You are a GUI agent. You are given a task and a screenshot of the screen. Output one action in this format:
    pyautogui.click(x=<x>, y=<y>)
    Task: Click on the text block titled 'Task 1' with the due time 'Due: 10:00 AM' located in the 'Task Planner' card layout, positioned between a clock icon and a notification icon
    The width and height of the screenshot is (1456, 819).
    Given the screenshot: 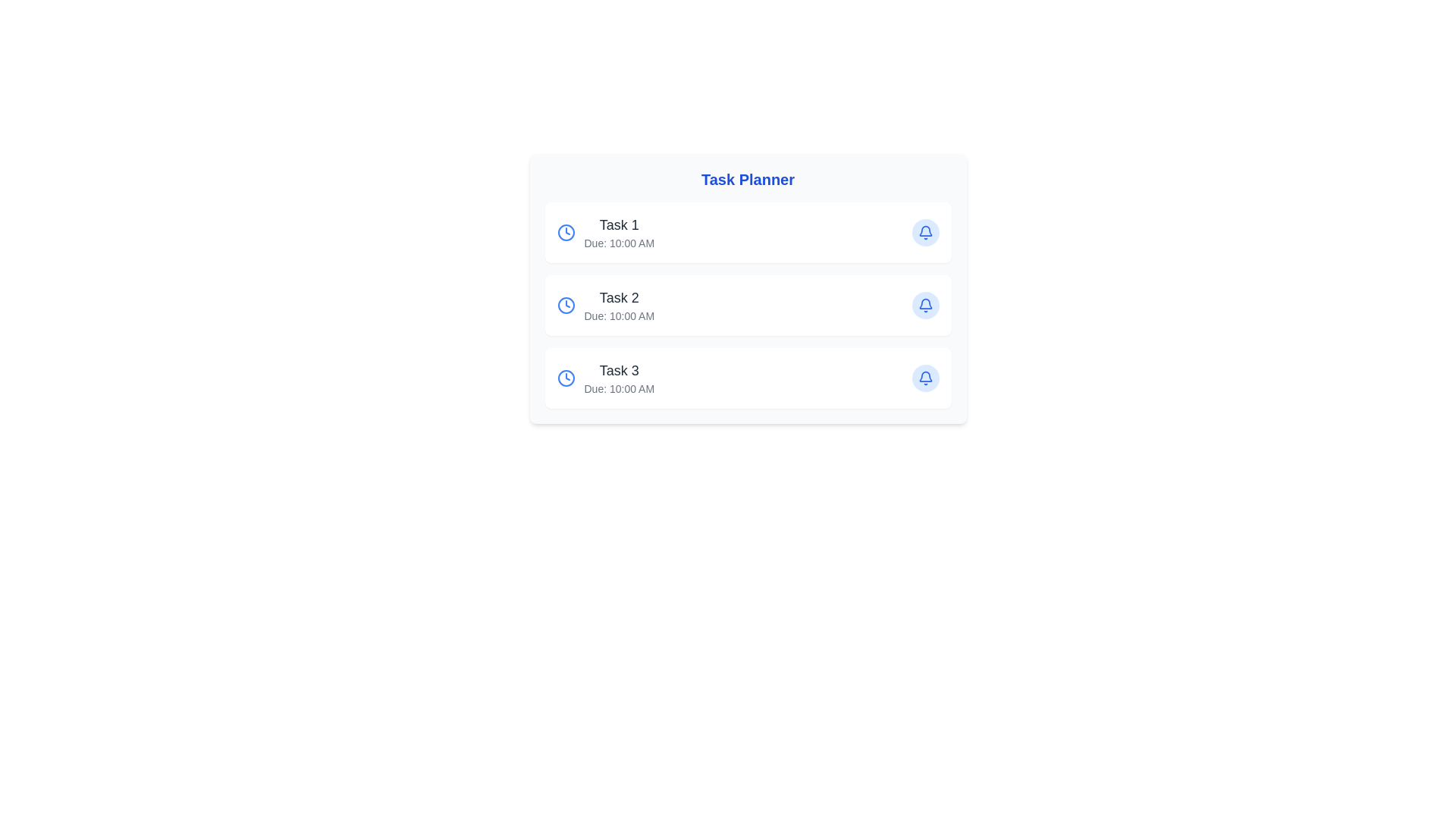 What is the action you would take?
    pyautogui.click(x=619, y=233)
    